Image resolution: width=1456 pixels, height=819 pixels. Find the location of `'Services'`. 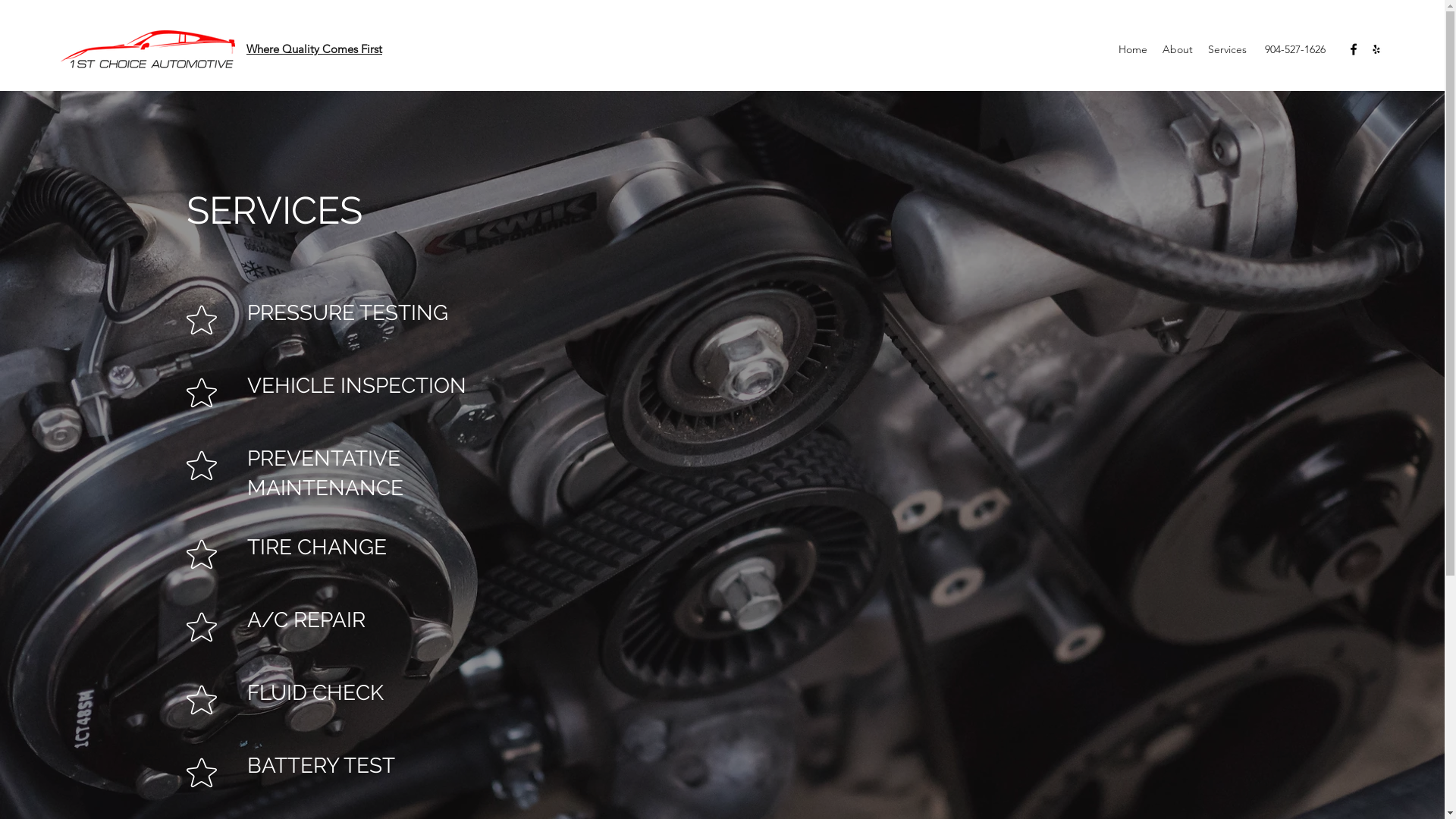

'Services' is located at coordinates (1200, 49).